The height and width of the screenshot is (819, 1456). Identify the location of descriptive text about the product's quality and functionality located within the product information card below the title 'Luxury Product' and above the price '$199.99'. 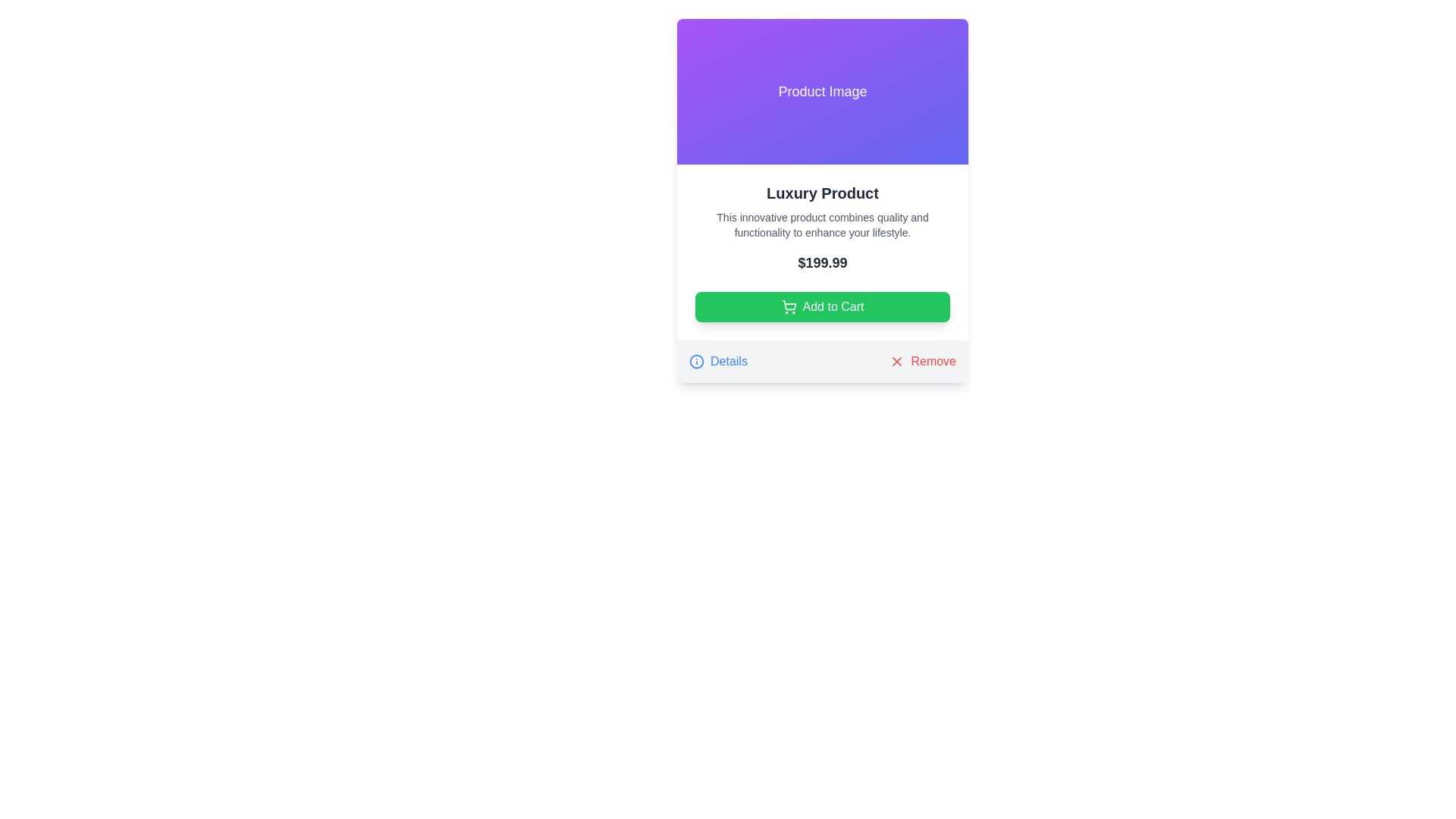
(821, 225).